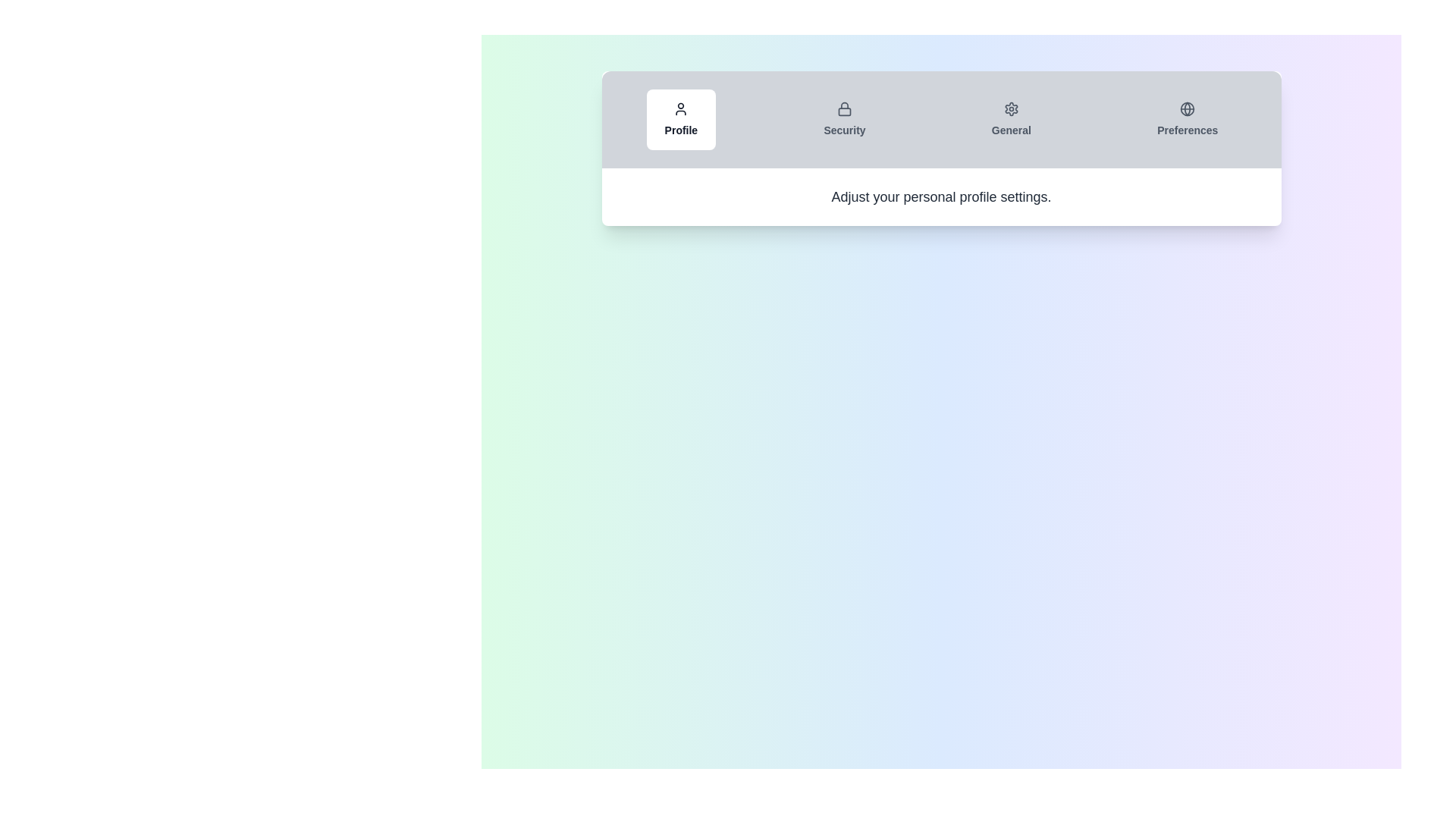 This screenshot has width=1456, height=819. Describe the element at coordinates (1011, 119) in the screenshot. I see `the General tab to view its content` at that location.